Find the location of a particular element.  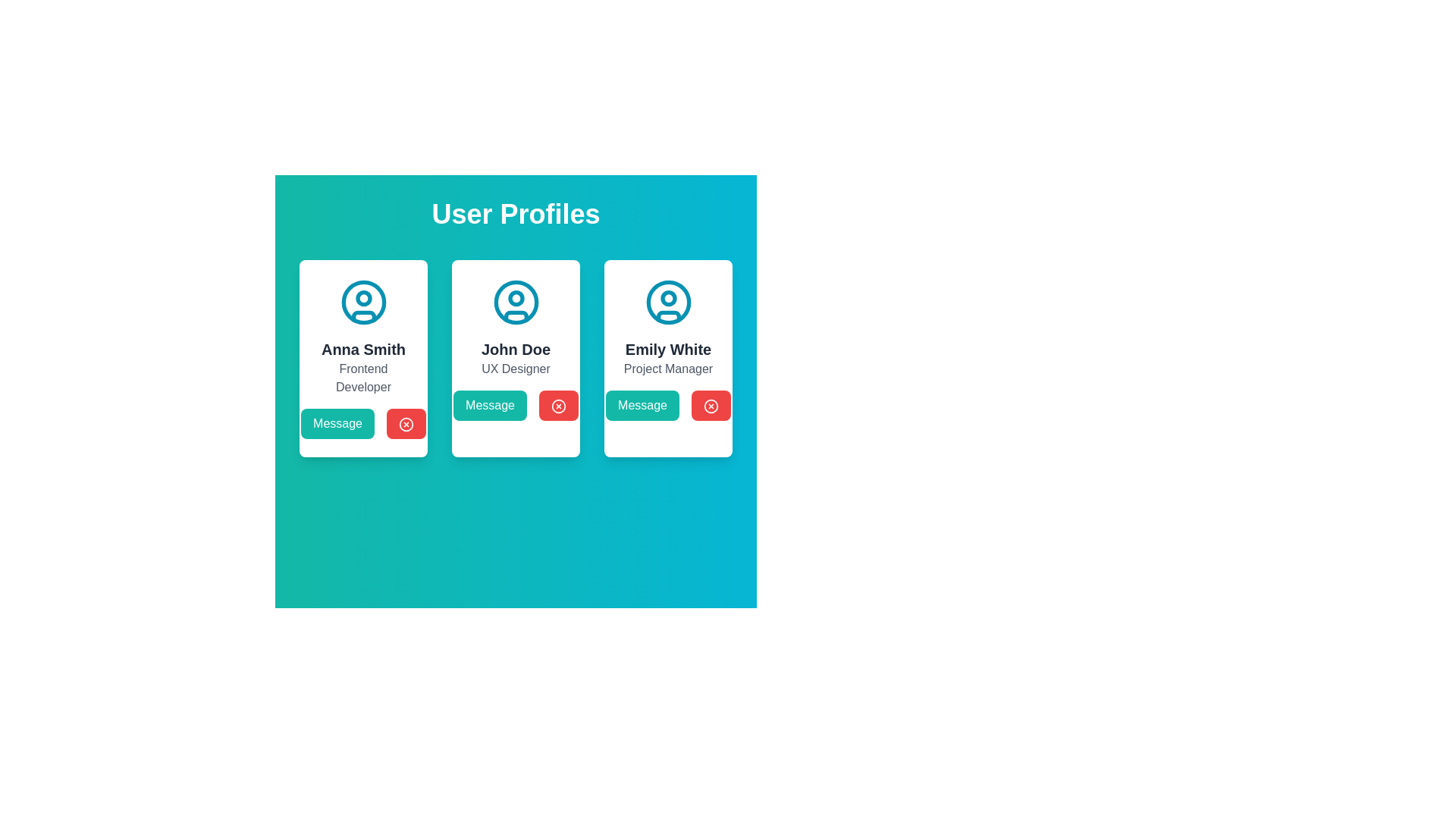

the teal button with rounded corners and white text reading 'Message' located in the second user profile card for 'John Doe UX Designer' to initiate a message is located at coordinates (516, 405).